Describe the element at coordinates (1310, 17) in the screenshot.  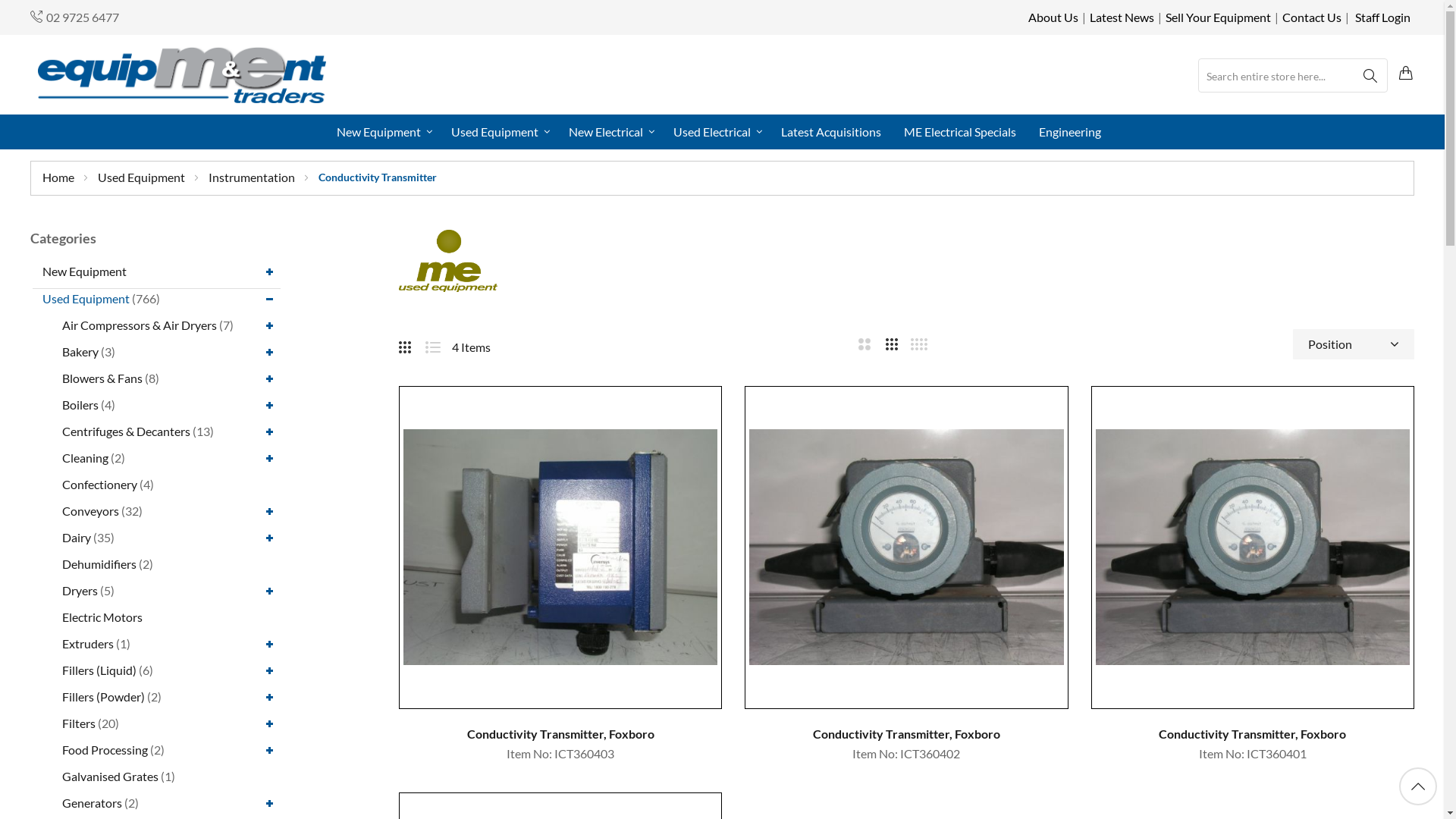
I see `'Contact Us'` at that location.